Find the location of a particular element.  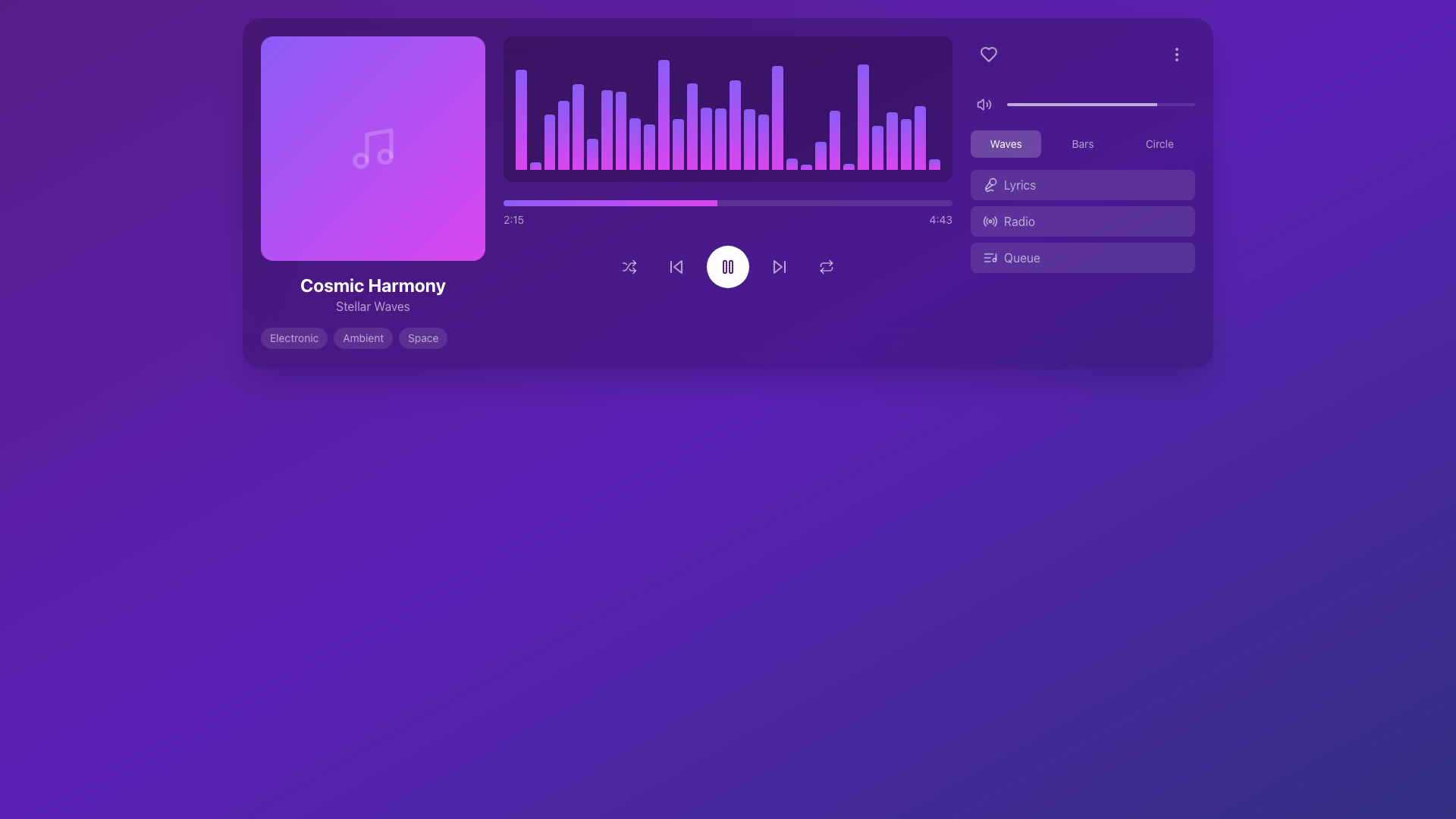

the progress bar value is located at coordinates (503, 202).